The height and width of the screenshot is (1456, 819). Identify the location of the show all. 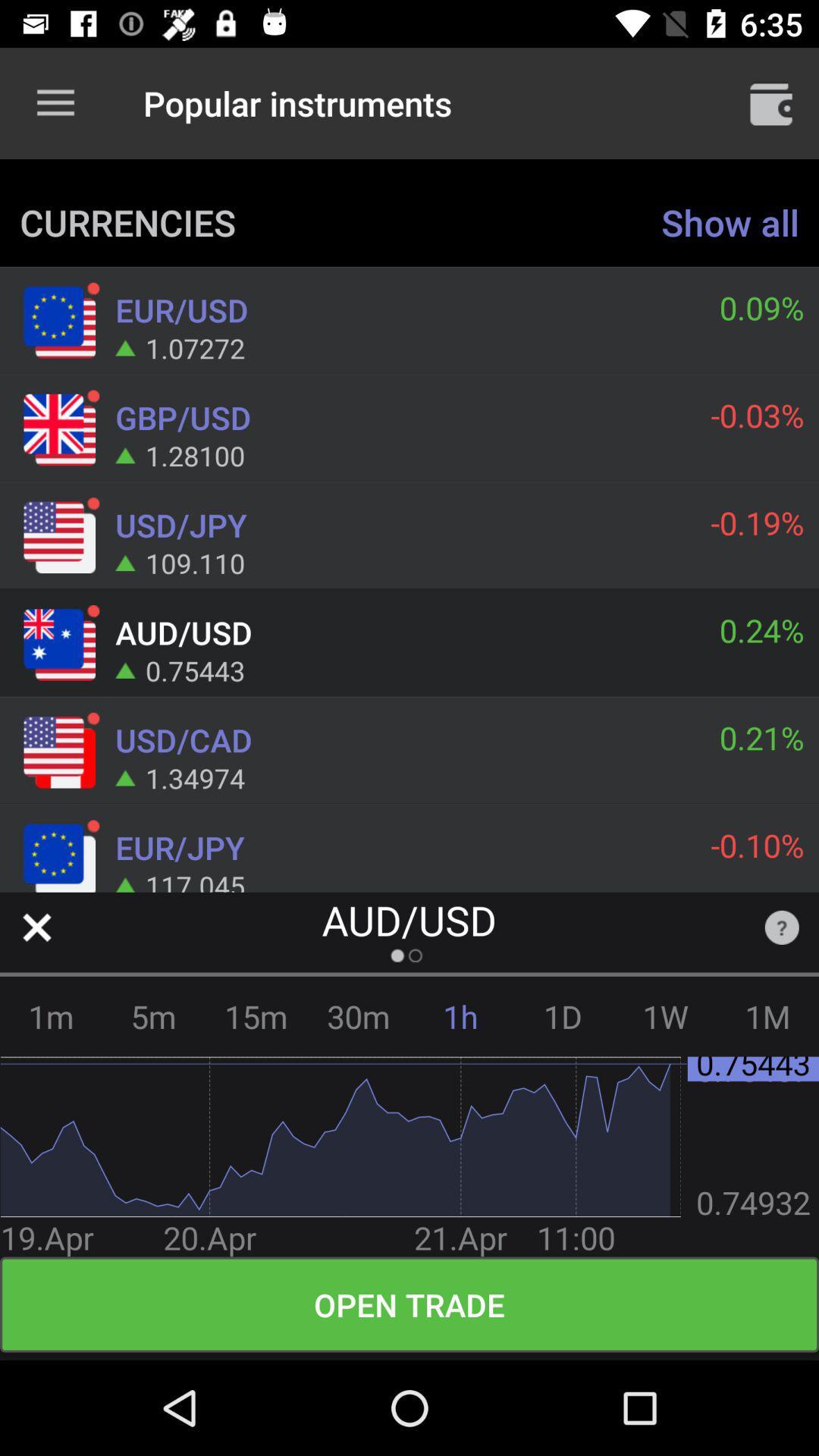
(730, 221).